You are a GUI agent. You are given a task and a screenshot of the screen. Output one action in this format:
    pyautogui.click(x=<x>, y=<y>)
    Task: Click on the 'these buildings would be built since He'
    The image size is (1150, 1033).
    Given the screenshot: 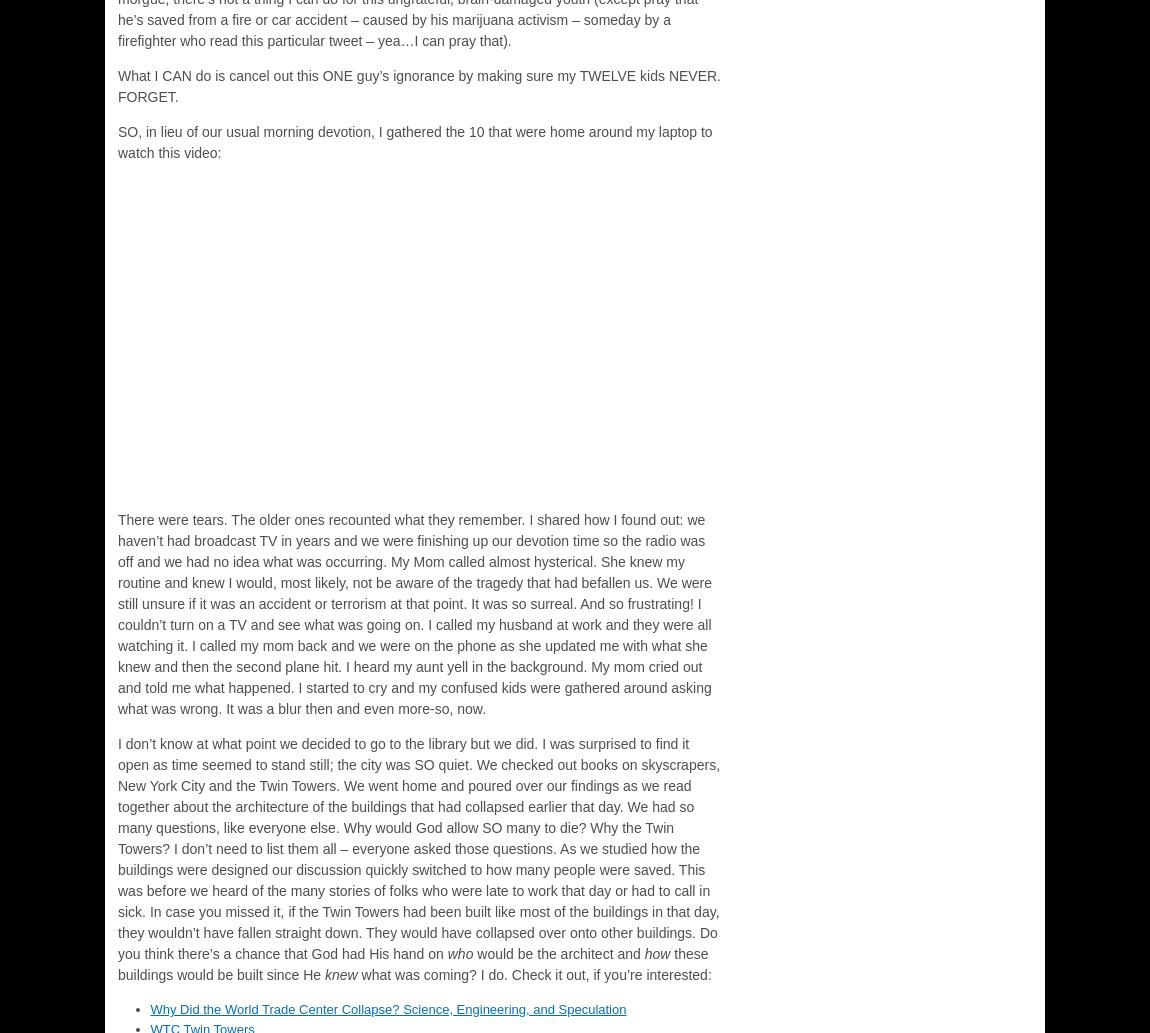 What is the action you would take?
    pyautogui.click(x=412, y=963)
    